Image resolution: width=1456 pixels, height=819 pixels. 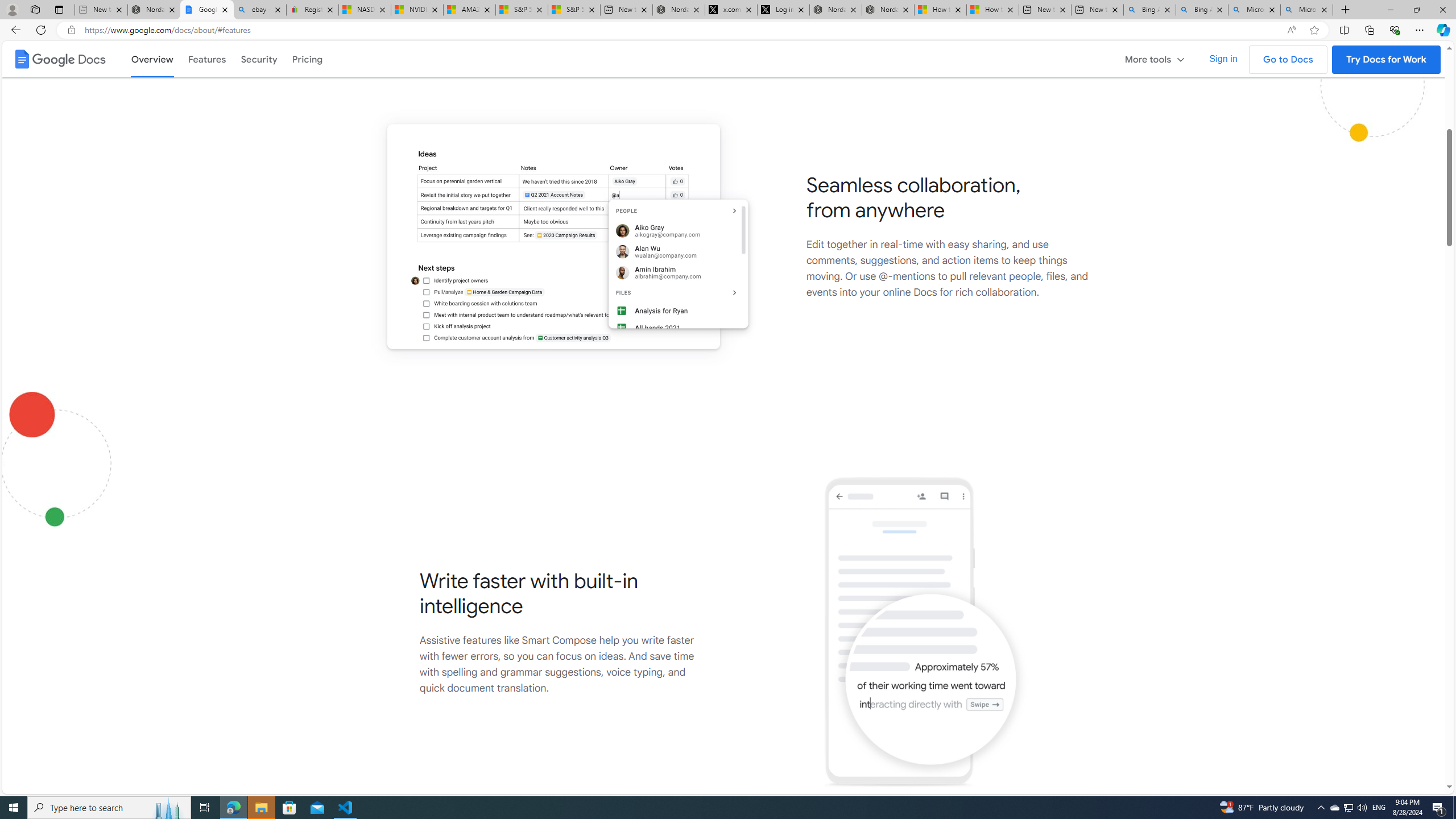 What do you see at coordinates (259, 9) in the screenshot?
I see `'ebay - Search'` at bounding box center [259, 9].